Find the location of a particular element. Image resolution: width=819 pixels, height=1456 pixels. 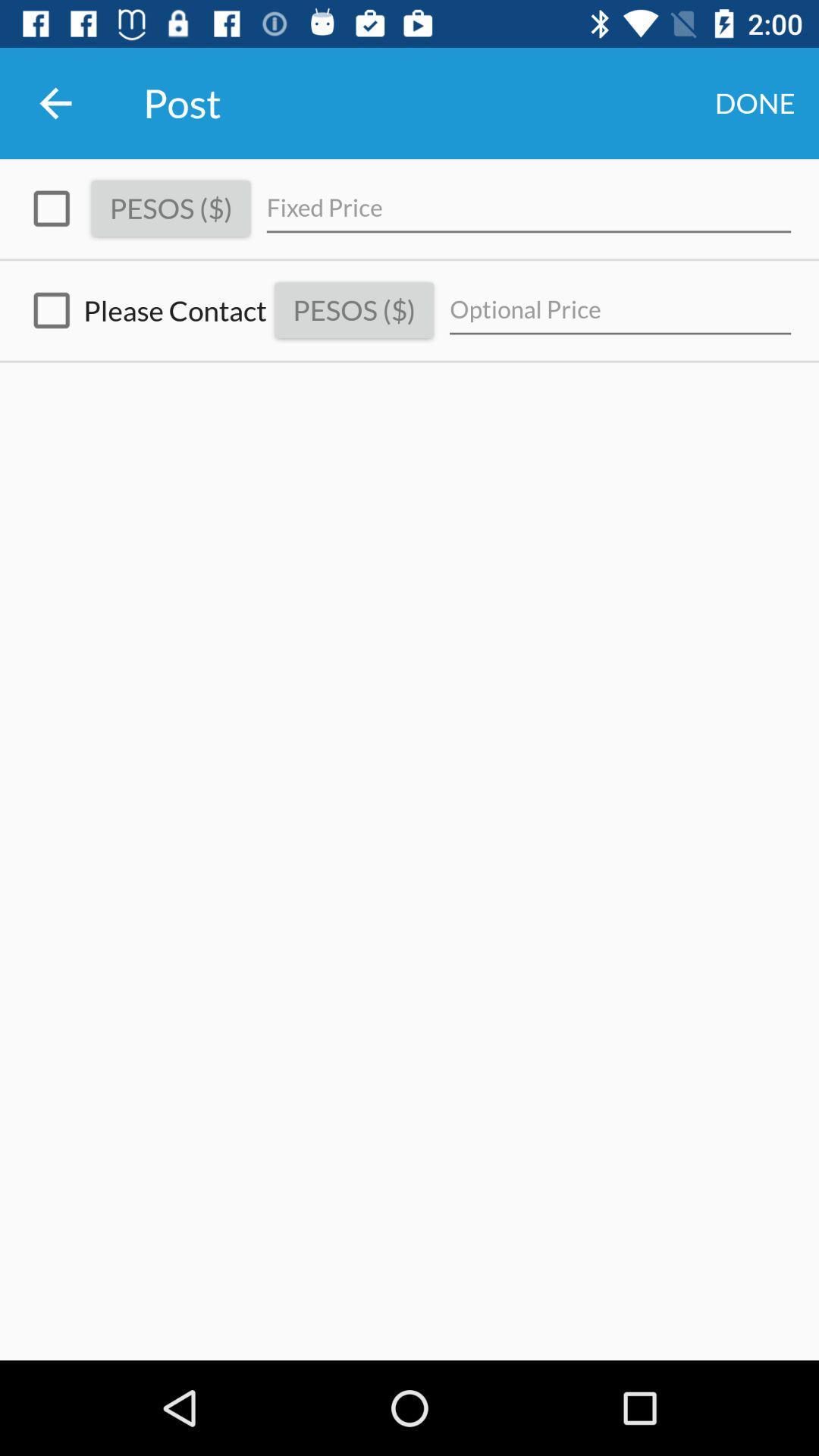

the icon to the right of post icon is located at coordinates (755, 102).